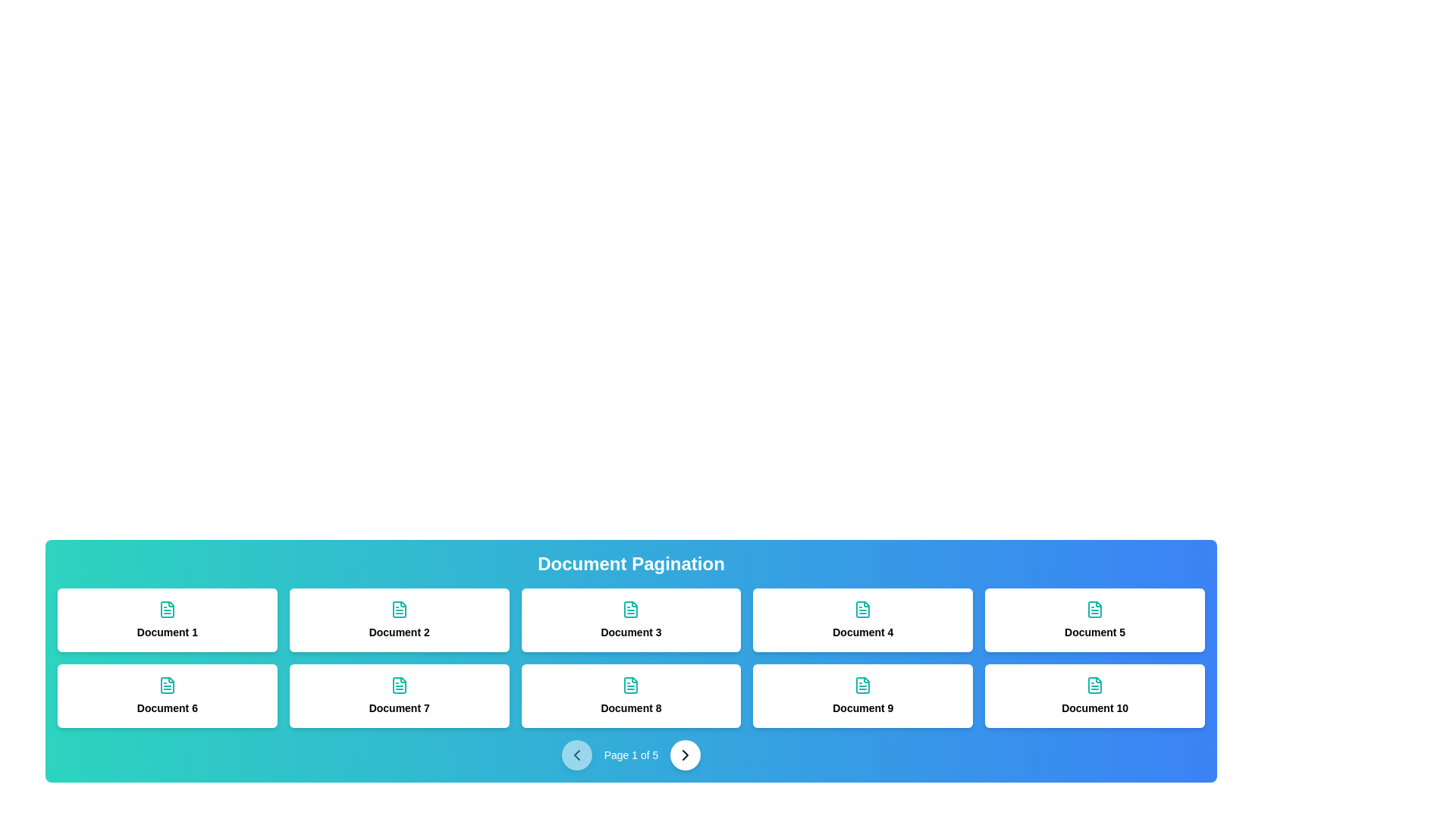 This screenshot has height=819, width=1456. What do you see at coordinates (399, 708) in the screenshot?
I see `text label that identifies the document card as 'Document 7', located in the center of the card in the second row, second column of the grid layout` at bounding box center [399, 708].